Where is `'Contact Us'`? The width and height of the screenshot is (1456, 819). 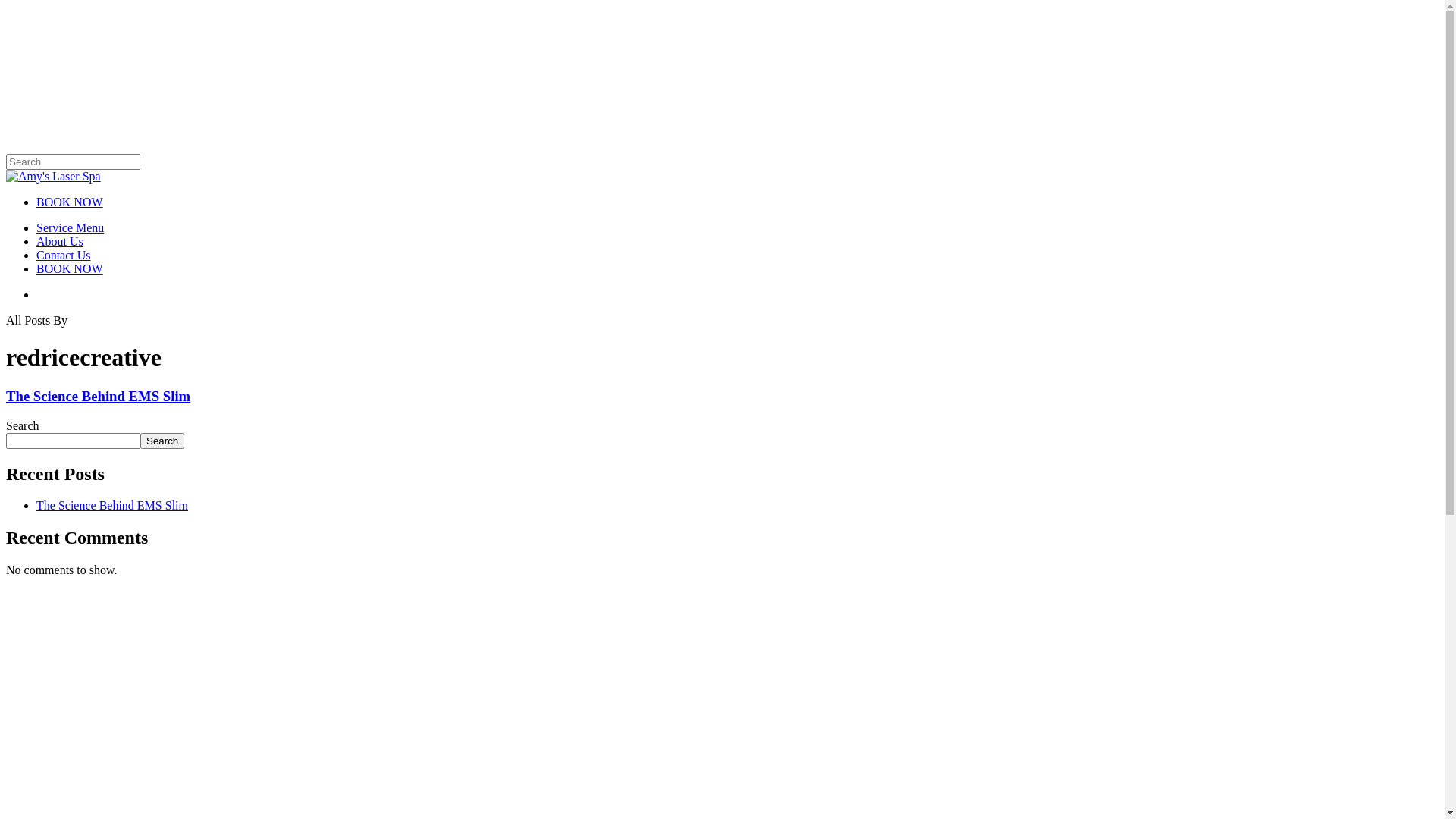
'Contact Us' is located at coordinates (62, 254).